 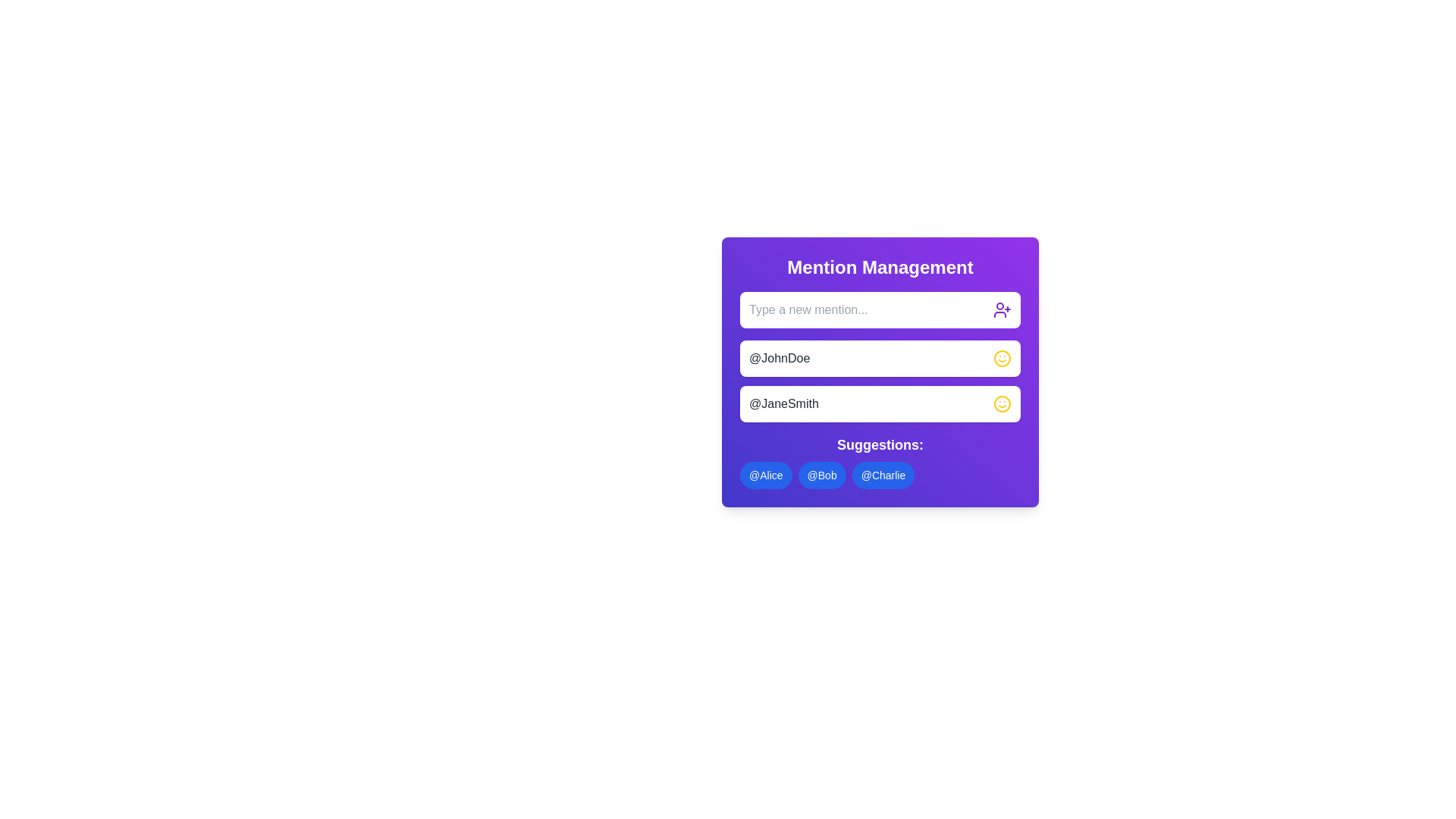 What do you see at coordinates (880, 372) in the screenshot?
I see `the text display containing the username '@JohnDoe' within the 'Mention Management' purple frame` at bounding box center [880, 372].